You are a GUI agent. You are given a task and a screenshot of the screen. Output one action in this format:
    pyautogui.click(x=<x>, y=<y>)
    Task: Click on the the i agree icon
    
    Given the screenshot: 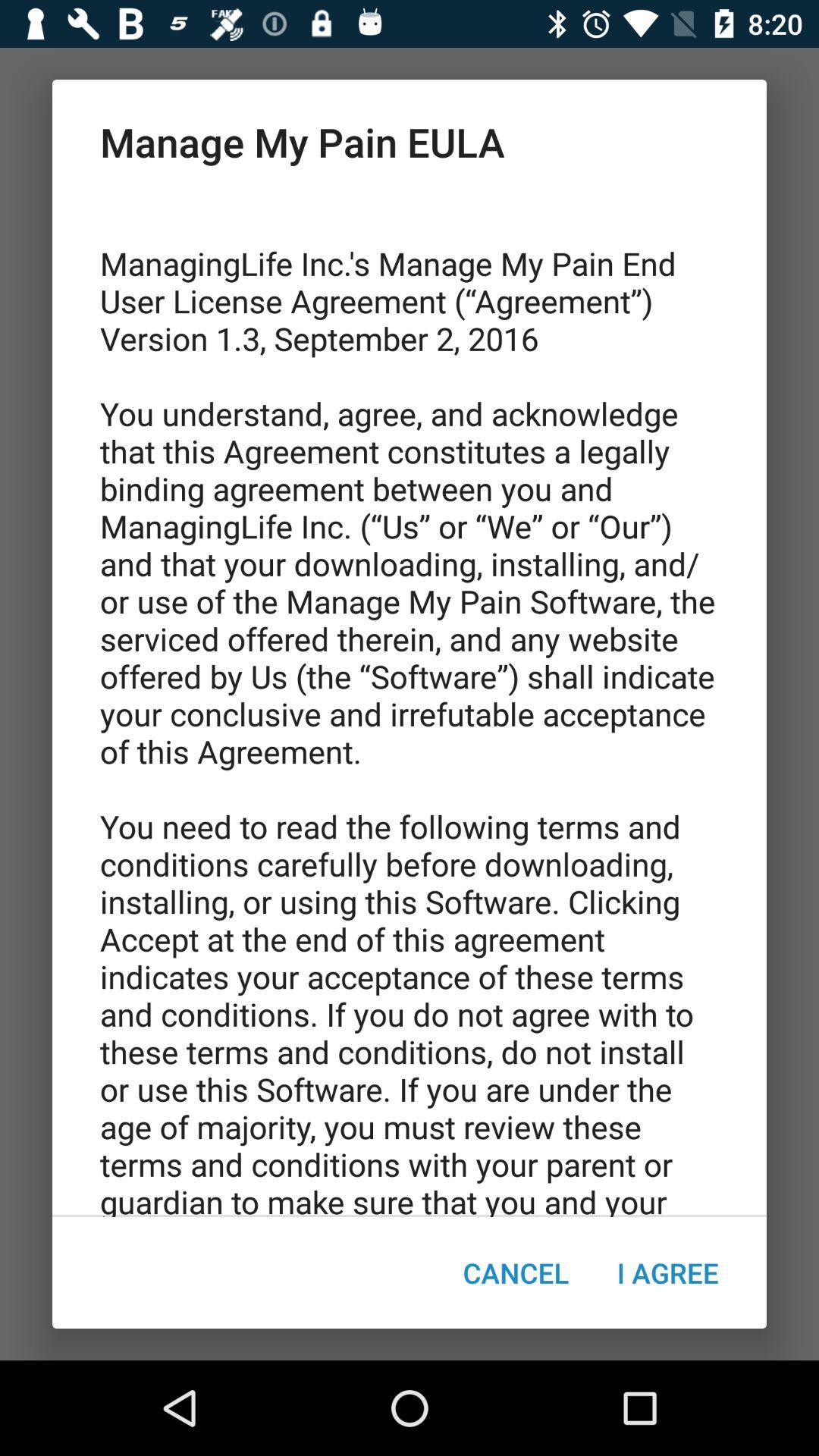 What is the action you would take?
    pyautogui.click(x=667, y=1272)
    